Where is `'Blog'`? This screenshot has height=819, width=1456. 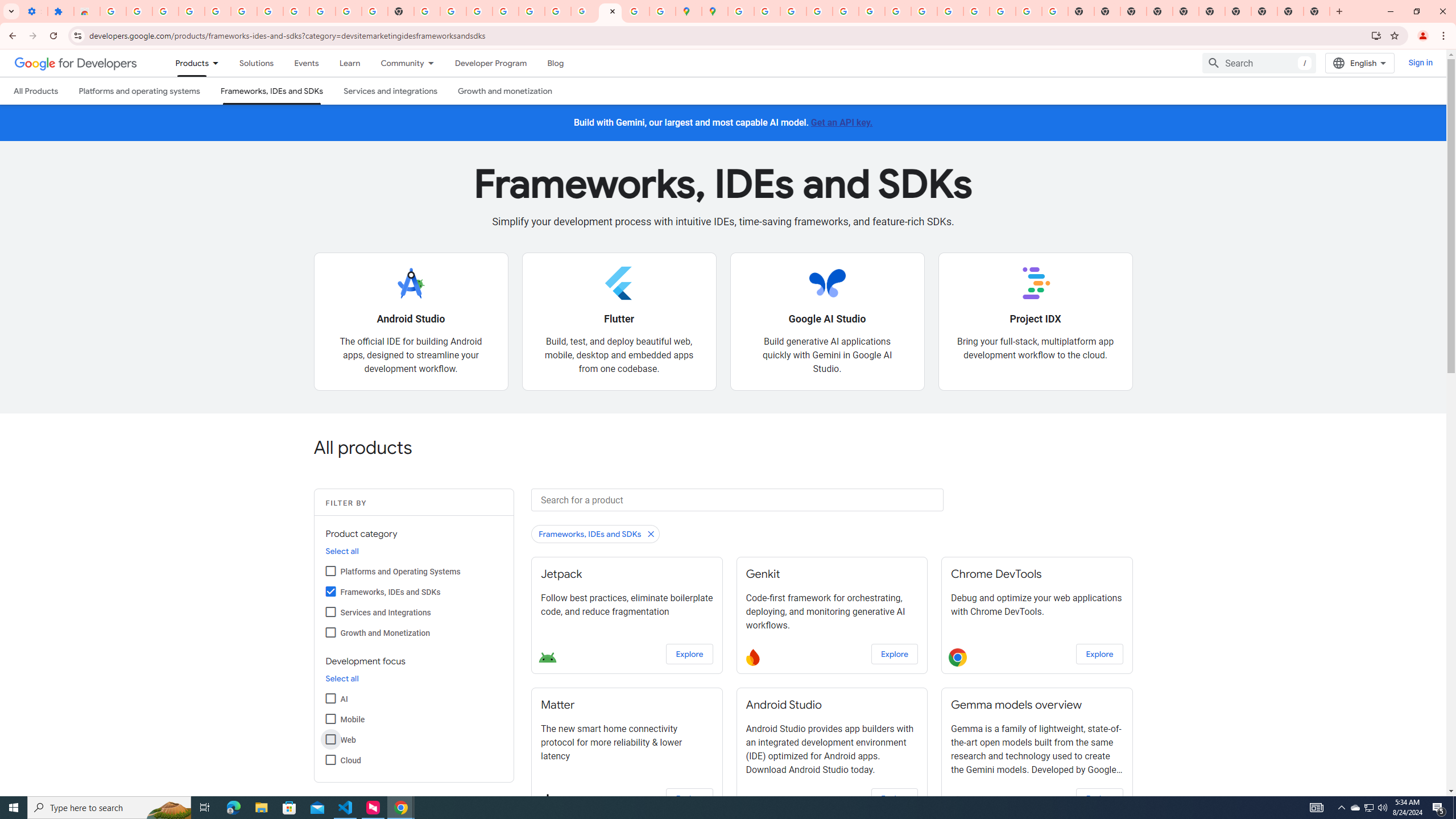 'Blog' is located at coordinates (556, 63).